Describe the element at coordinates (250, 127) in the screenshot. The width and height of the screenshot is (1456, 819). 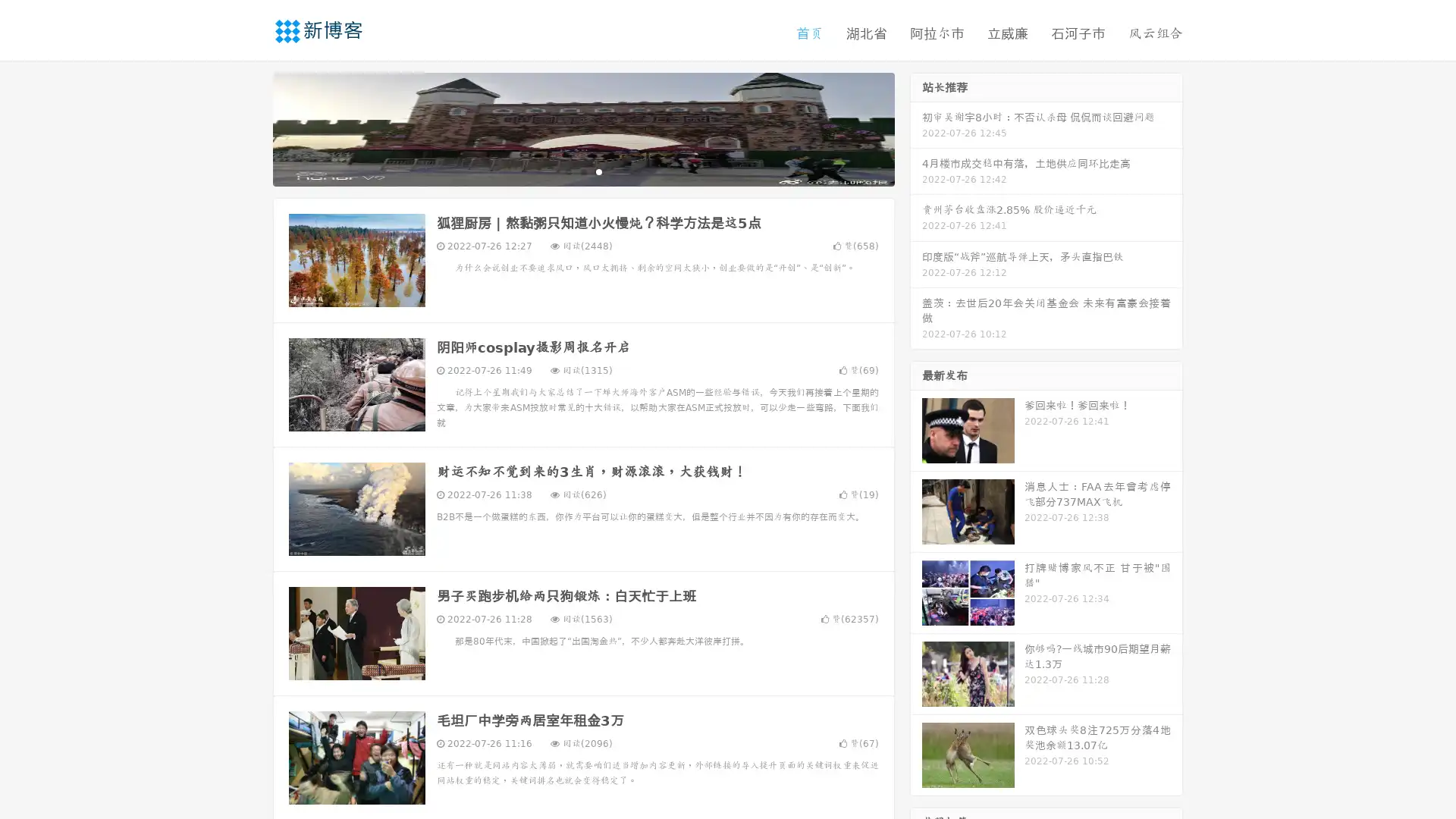
I see `Previous slide` at that location.